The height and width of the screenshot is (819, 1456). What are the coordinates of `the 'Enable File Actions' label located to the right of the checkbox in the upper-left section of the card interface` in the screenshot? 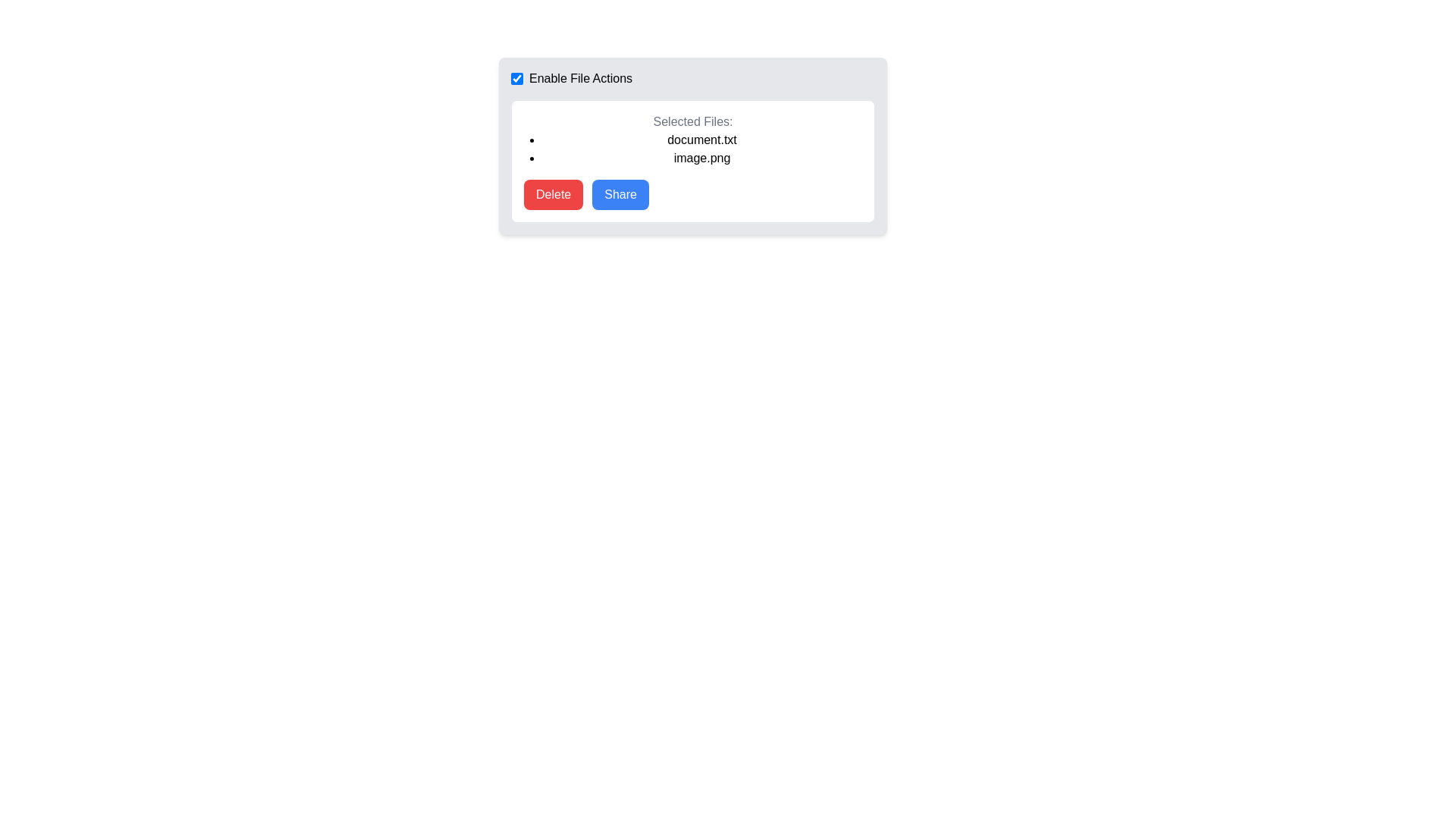 It's located at (570, 79).